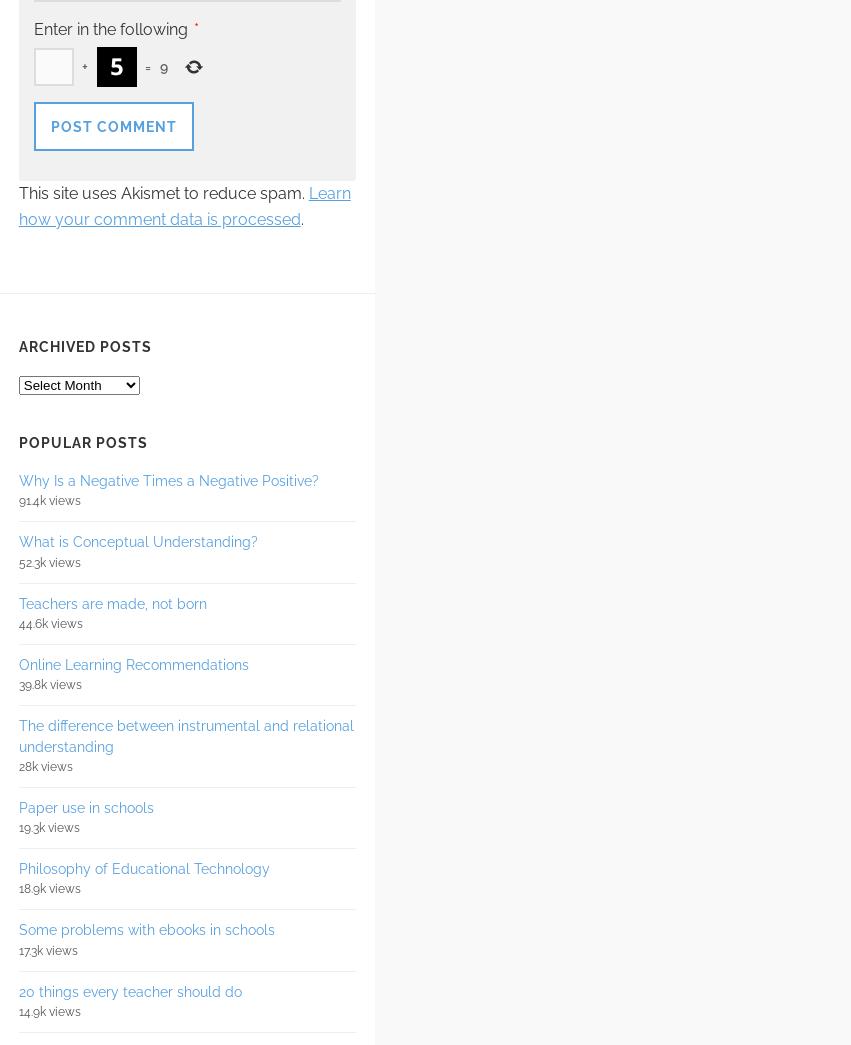 The width and height of the screenshot is (851, 1045). I want to click on 'Archived posts', so click(83, 347).